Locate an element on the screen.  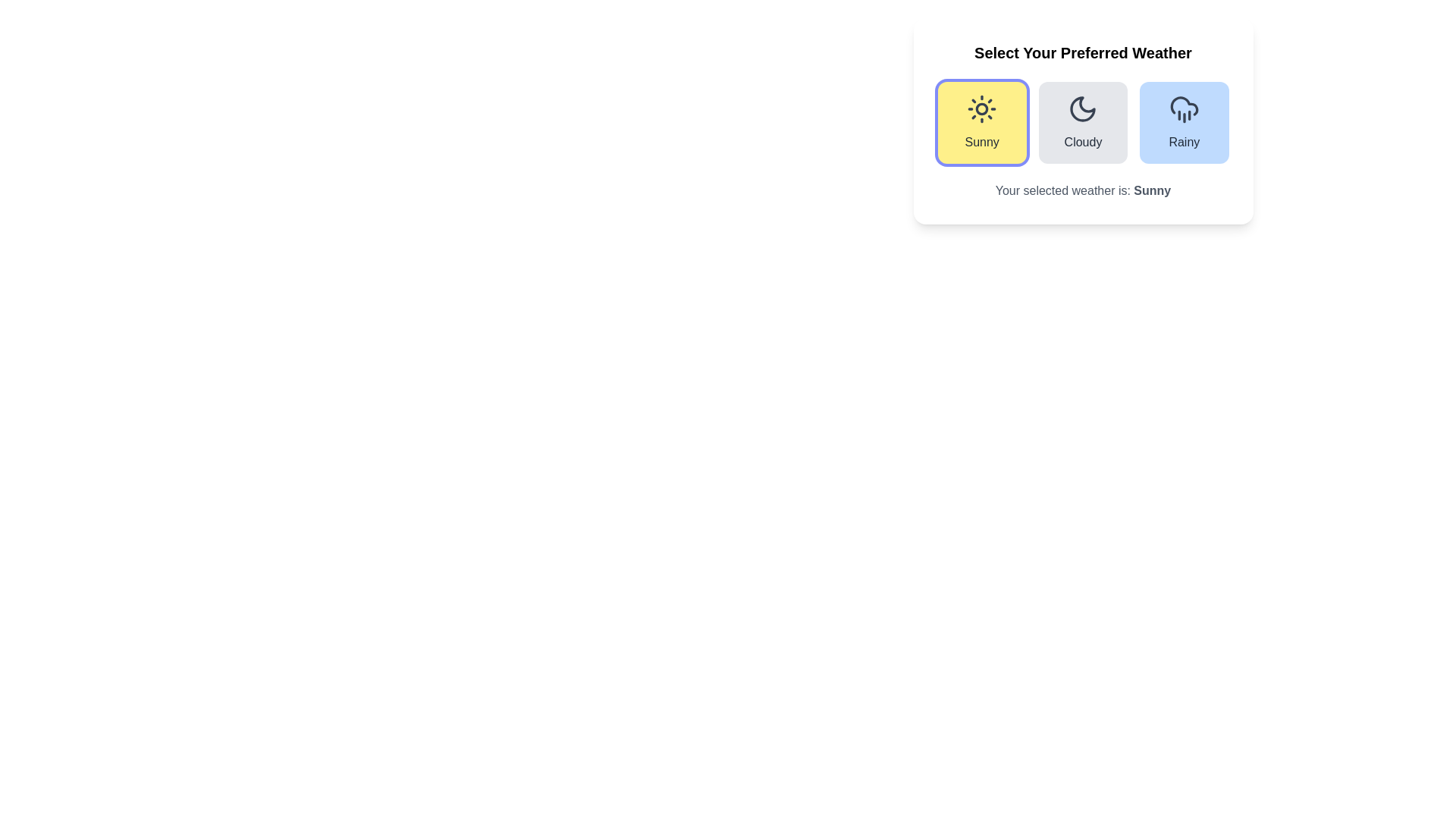
the text heading that states 'Select Your Preferred Weather,' which is positioned at the top of the weather selection options is located at coordinates (1082, 52).